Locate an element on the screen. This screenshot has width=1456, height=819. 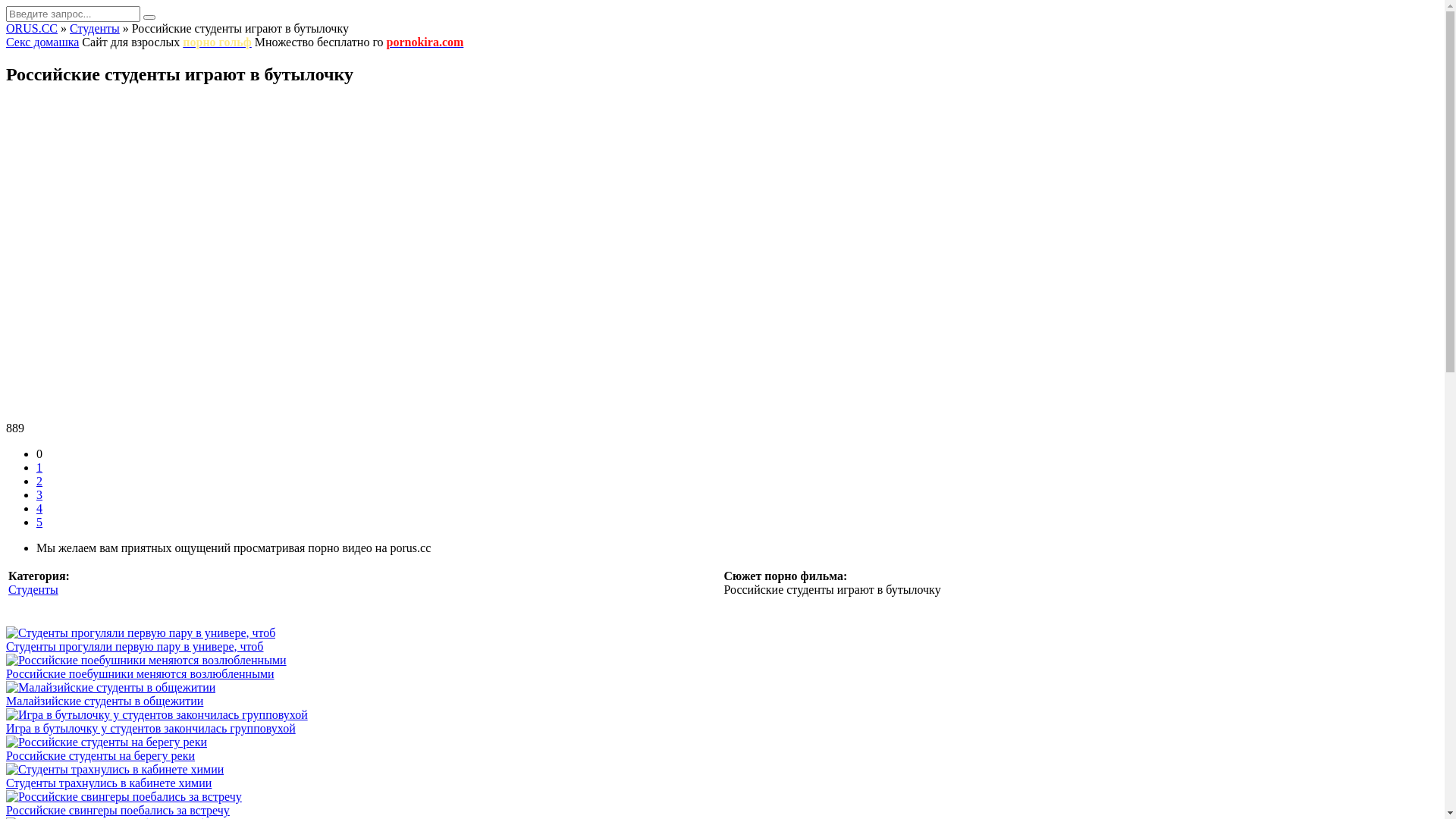
'3' is located at coordinates (39, 494).